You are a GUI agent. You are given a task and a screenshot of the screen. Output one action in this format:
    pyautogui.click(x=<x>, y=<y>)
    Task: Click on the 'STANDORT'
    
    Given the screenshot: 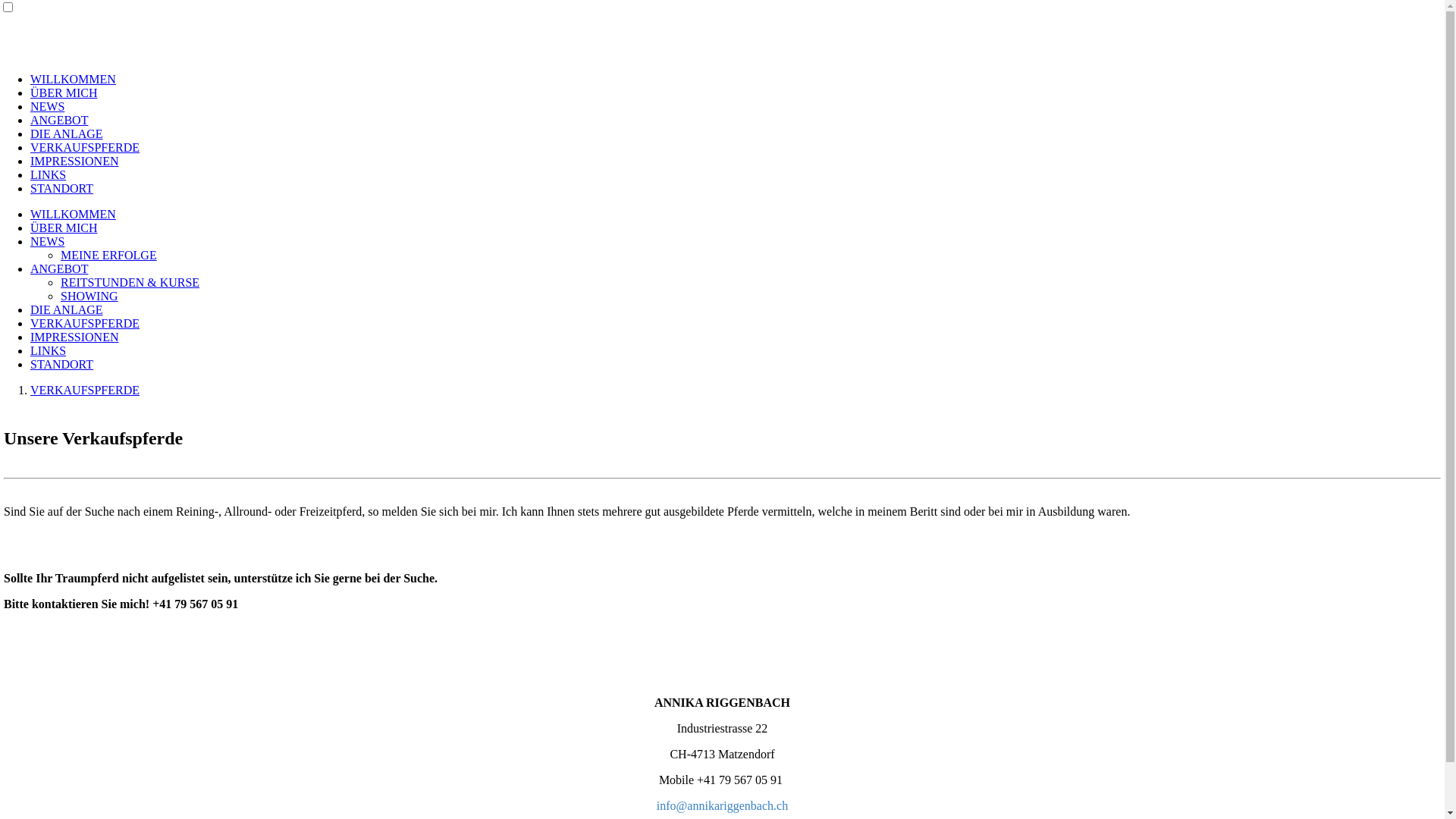 What is the action you would take?
    pyautogui.click(x=61, y=187)
    